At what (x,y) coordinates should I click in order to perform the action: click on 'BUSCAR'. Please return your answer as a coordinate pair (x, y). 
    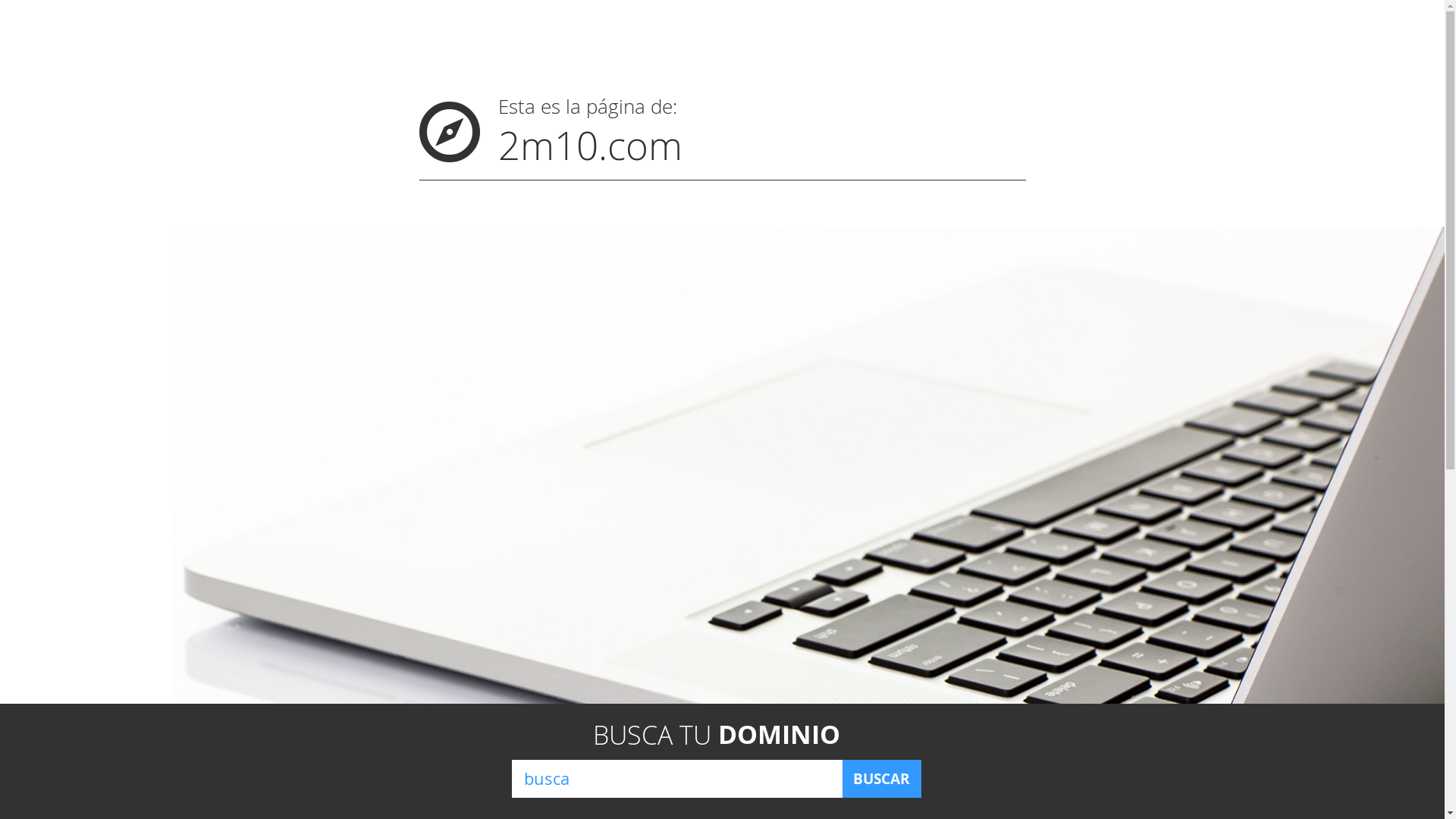
    Looking at the image, I should click on (880, 778).